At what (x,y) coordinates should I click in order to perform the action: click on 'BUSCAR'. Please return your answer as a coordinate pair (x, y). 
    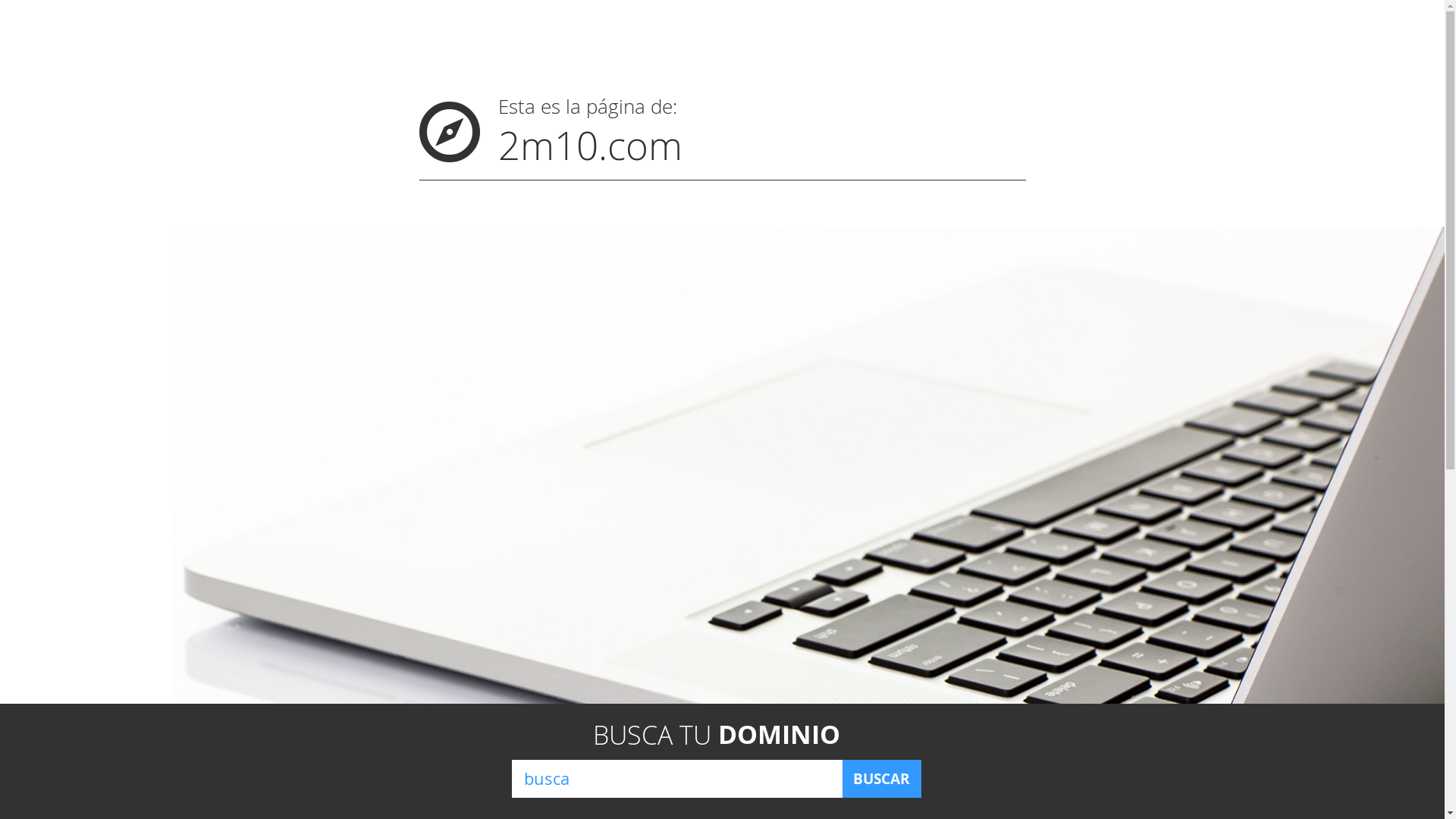
    Looking at the image, I should click on (880, 778).